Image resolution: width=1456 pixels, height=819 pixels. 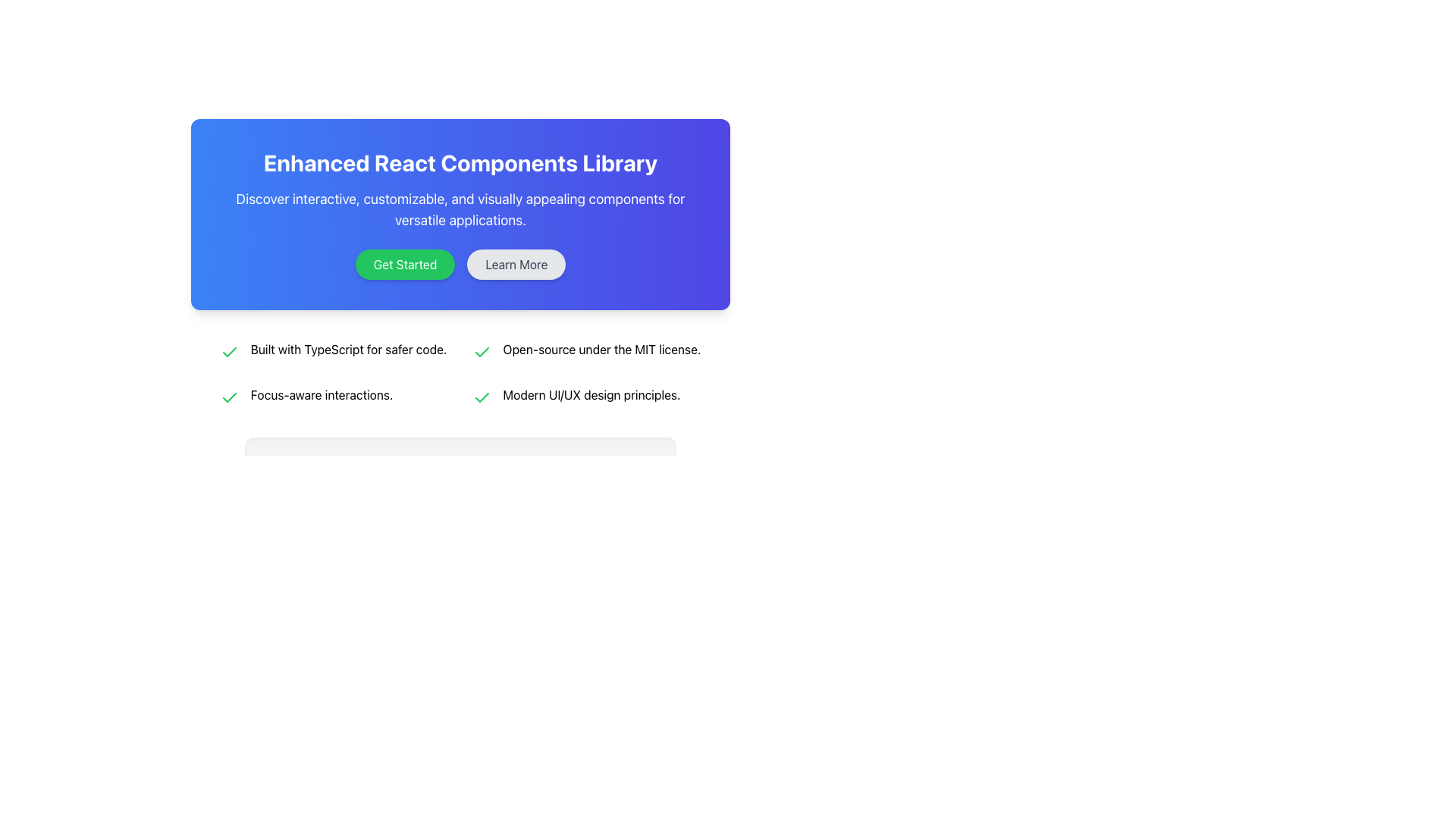 What do you see at coordinates (228, 353) in the screenshot?
I see `the green checkmark icon indicating fulfillment, located to the left of the text 'Built with TypeScript for safer code.'` at bounding box center [228, 353].